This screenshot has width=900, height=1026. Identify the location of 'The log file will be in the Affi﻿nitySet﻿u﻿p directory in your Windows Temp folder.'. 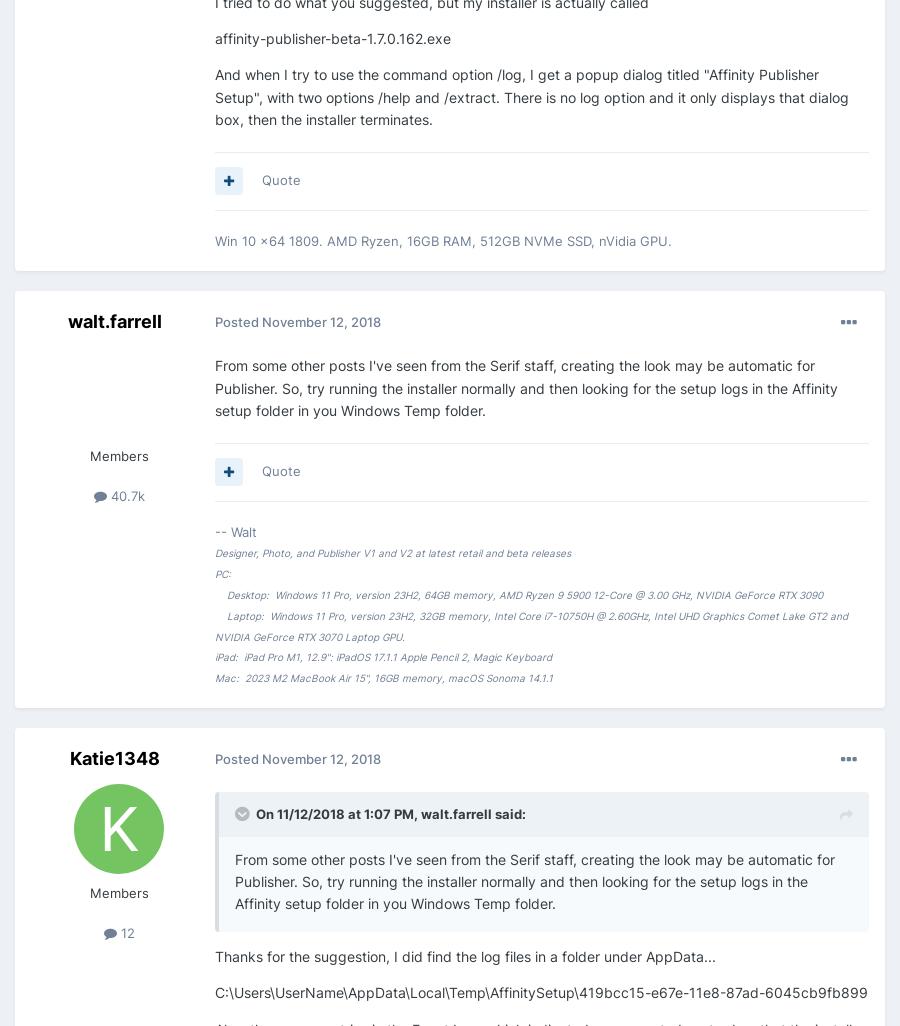
(486, 86).